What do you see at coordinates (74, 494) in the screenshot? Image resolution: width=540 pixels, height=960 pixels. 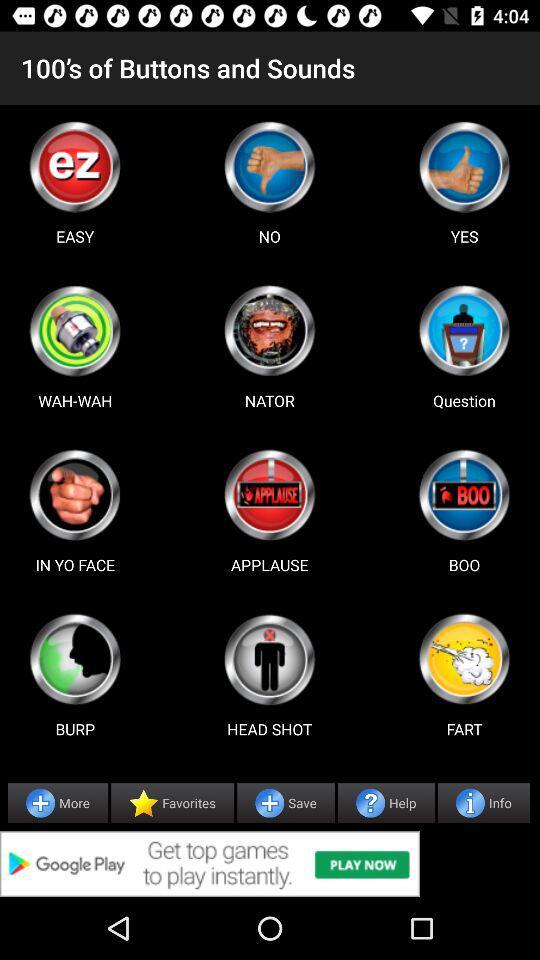 I see `game` at bounding box center [74, 494].